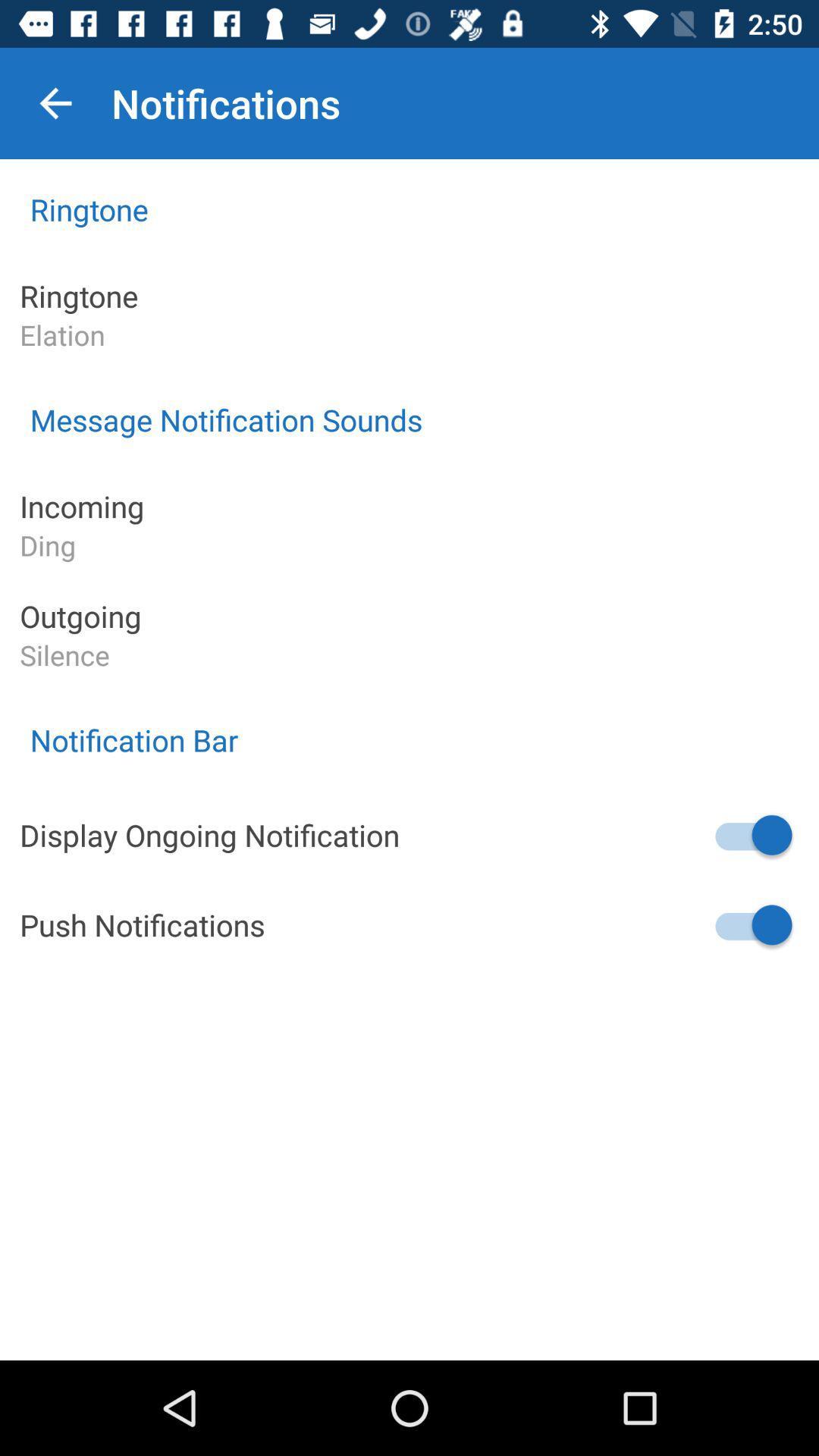 Image resolution: width=819 pixels, height=1456 pixels. Describe the element at coordinates (752, 834) in the screenshot. I see `display ongoing notification` at that location.